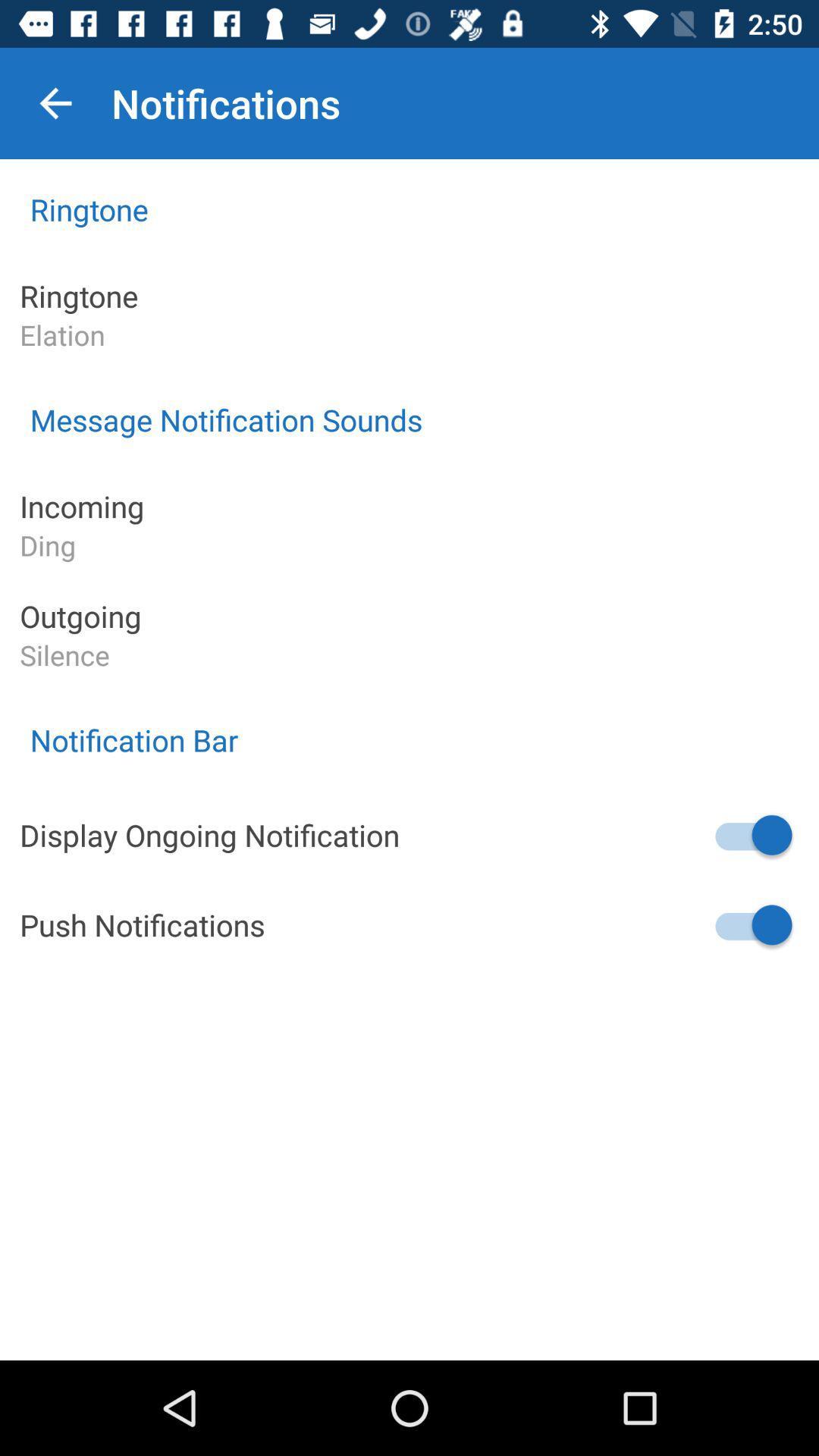 Image resolution: width=819 pixels, height=1456 pixels. Describe the element at coordinates (752, 834) in the screenshot. I see `display ongoing notification` at that location.